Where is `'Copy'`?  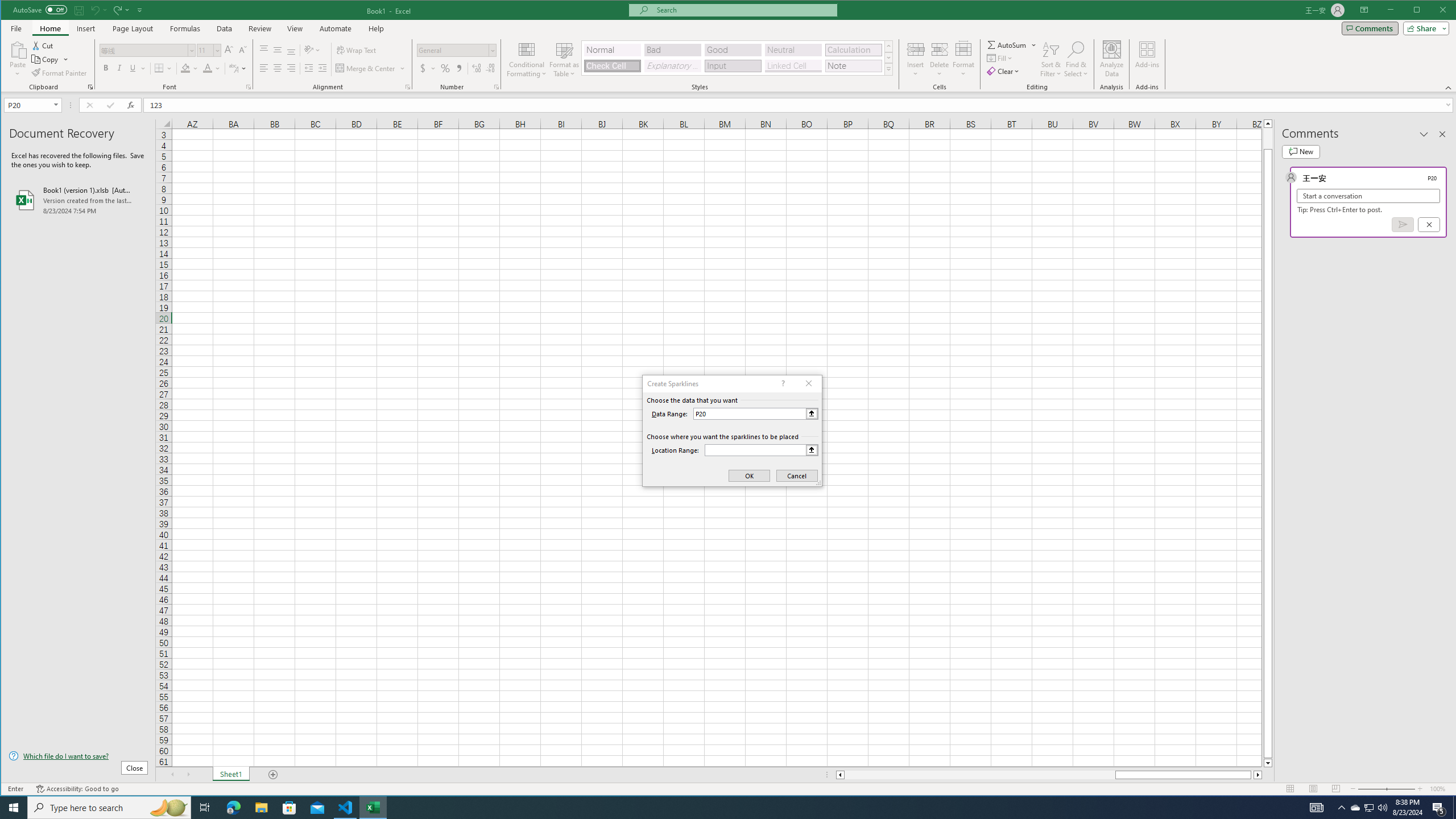 'Copy' is located at coordinates (45, 59).